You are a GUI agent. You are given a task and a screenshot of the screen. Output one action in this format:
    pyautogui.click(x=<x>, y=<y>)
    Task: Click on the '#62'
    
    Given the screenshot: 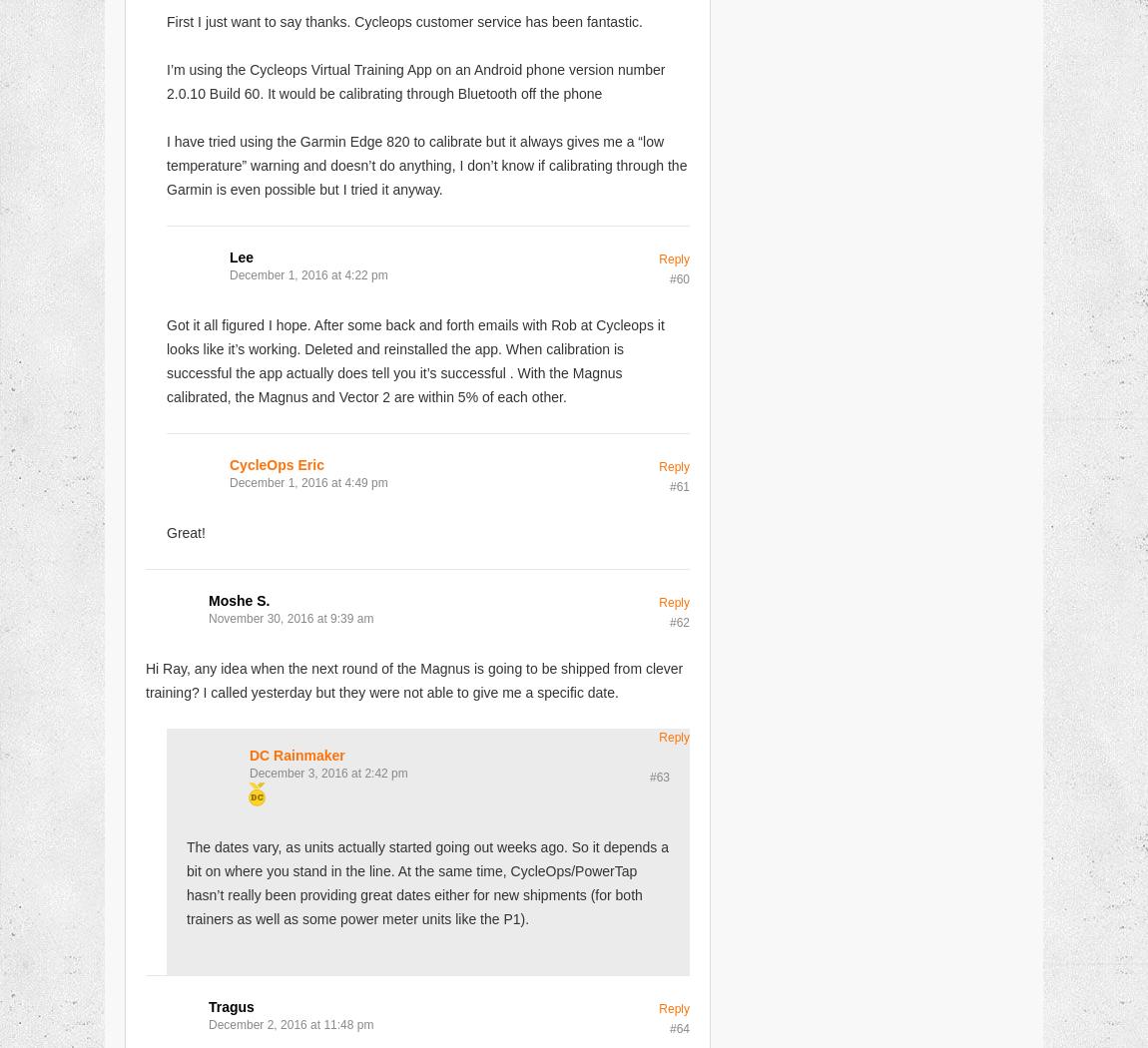 What is the action you would take?
    pyautogui.click(x=678, y=621)
    